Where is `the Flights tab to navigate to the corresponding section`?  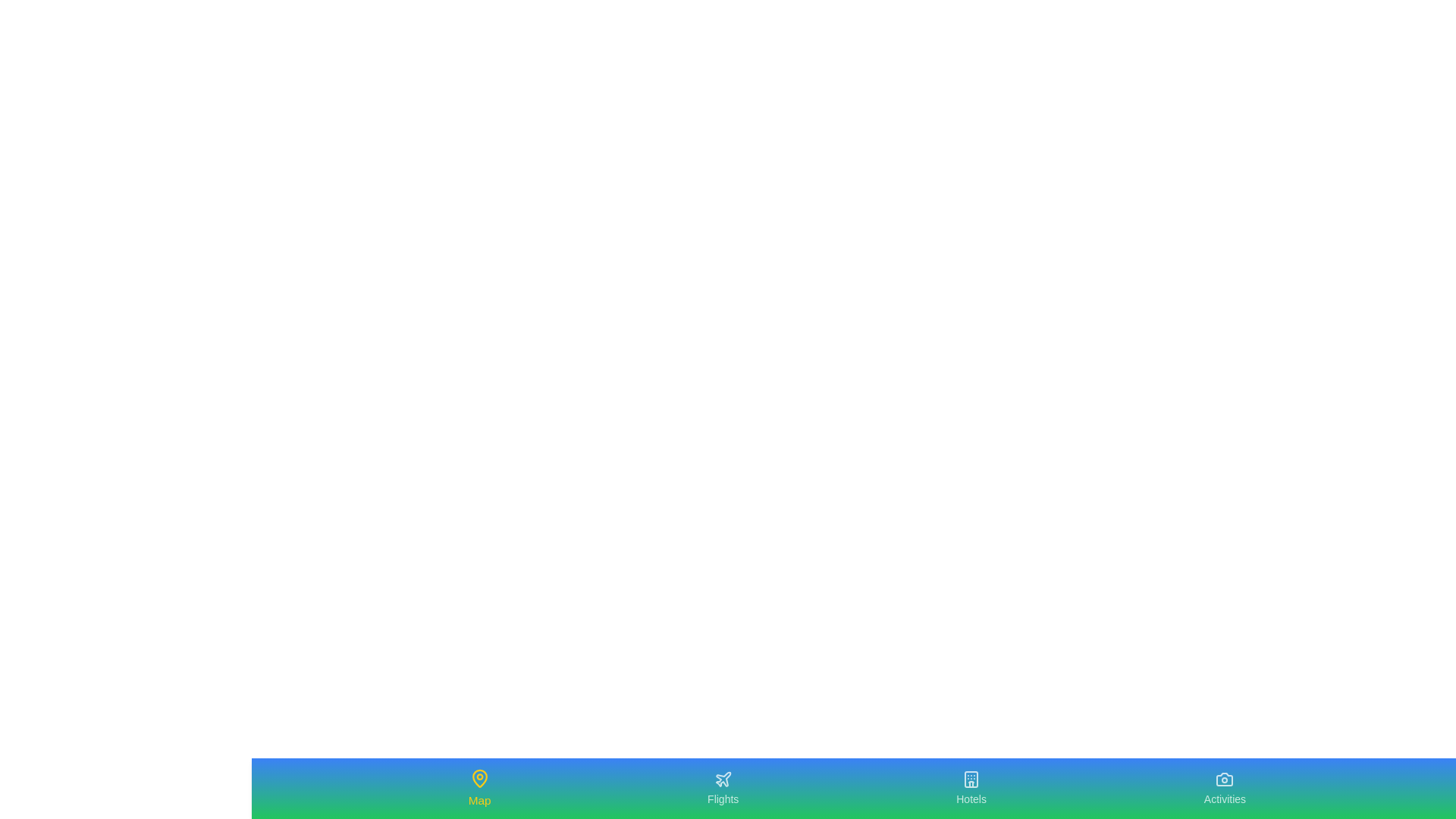 the Flights tab to navigate to the corresponding section is located at coordinates (722, 788).